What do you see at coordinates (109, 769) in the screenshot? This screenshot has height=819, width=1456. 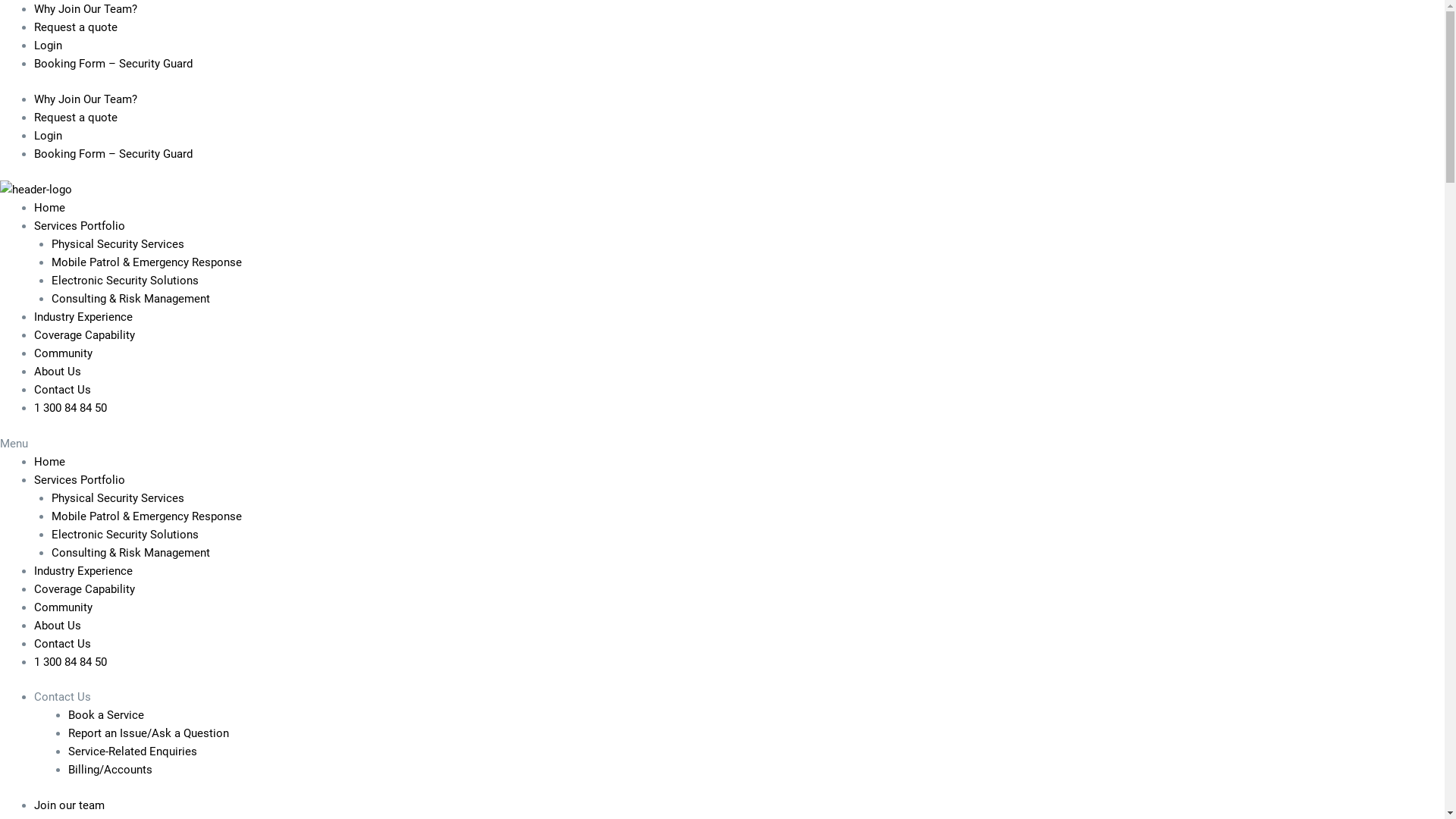 I see `'Billing/Accounts'` at bounding box center [109, 769].